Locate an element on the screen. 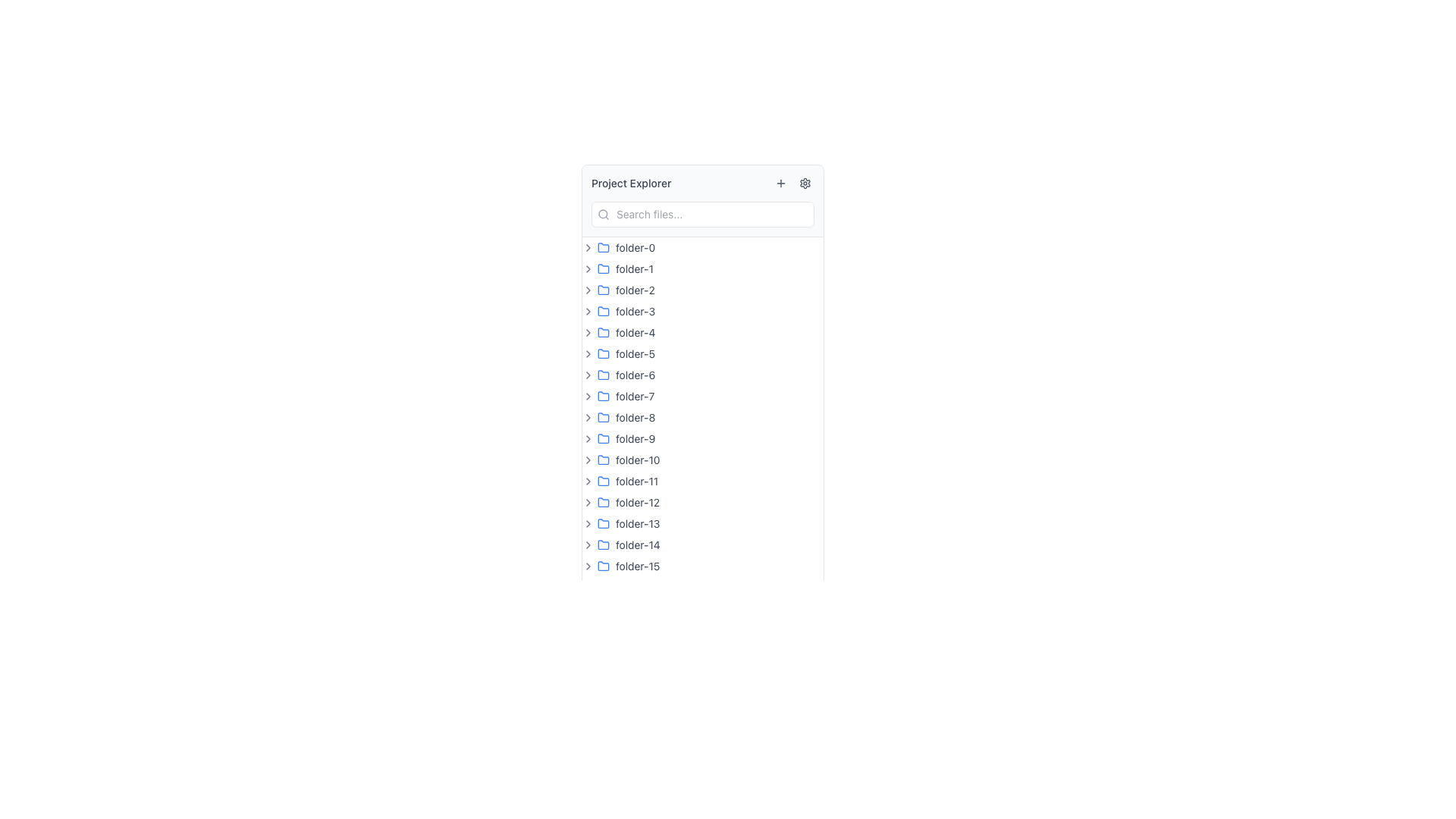  the folder icon located is located at coordinates (603, 417).